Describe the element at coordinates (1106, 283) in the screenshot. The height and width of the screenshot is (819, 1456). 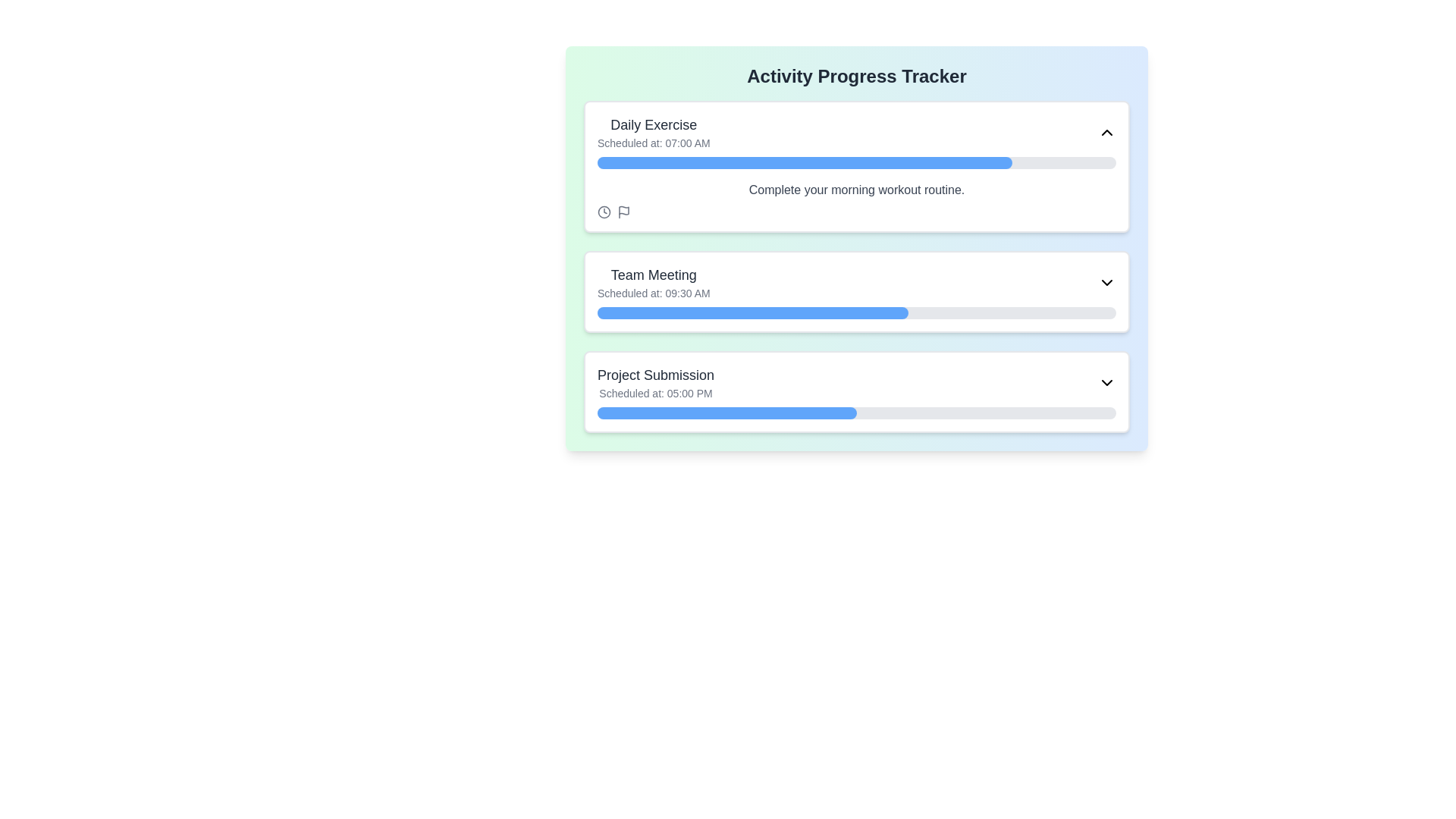
I see `the icon that expands or collapses additional details in the 'Team Meeting' section, located on the right side of the section header` at that location.